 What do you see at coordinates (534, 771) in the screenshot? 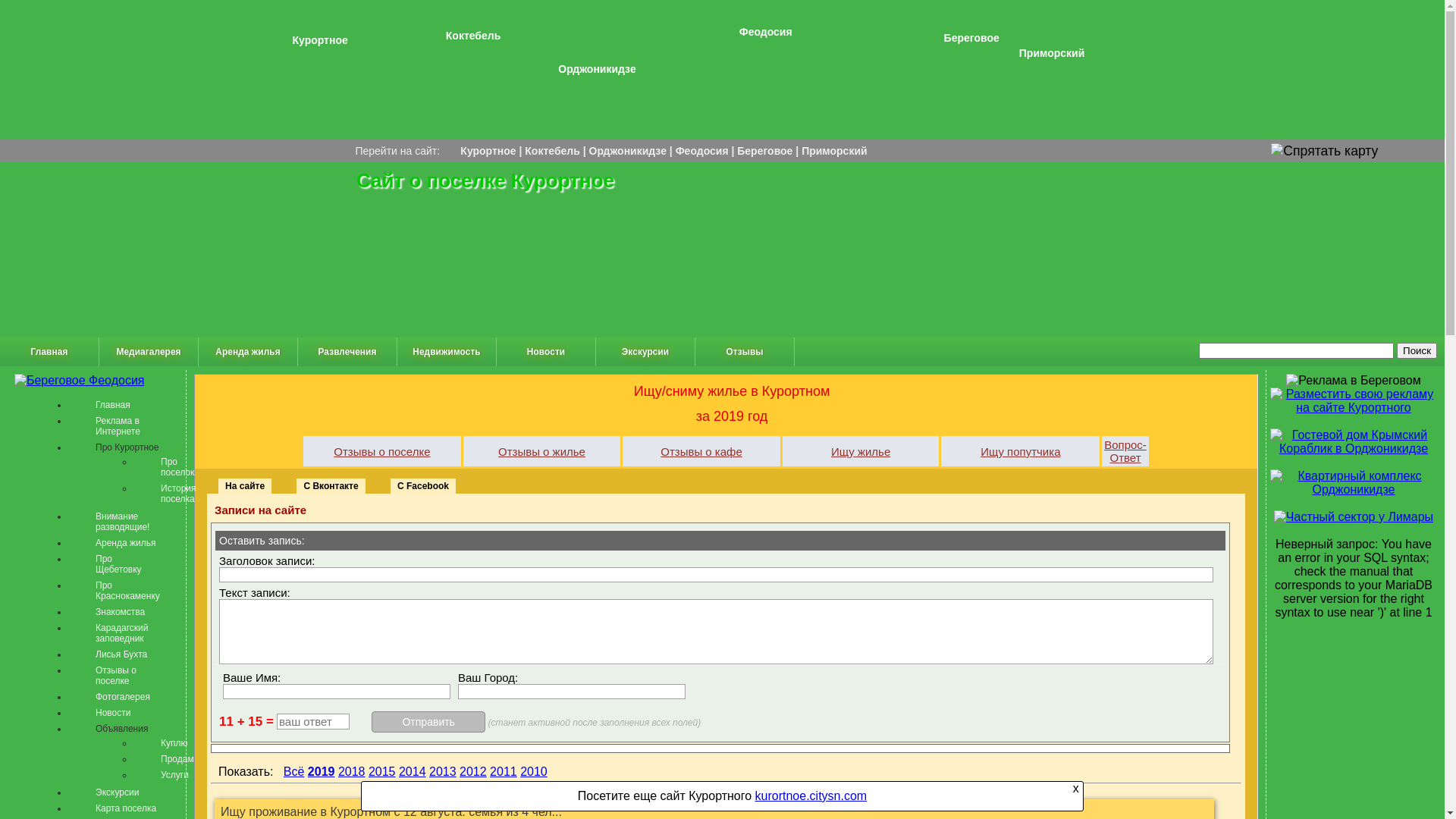
I see `'2010'` at bounding box center [534, 771].